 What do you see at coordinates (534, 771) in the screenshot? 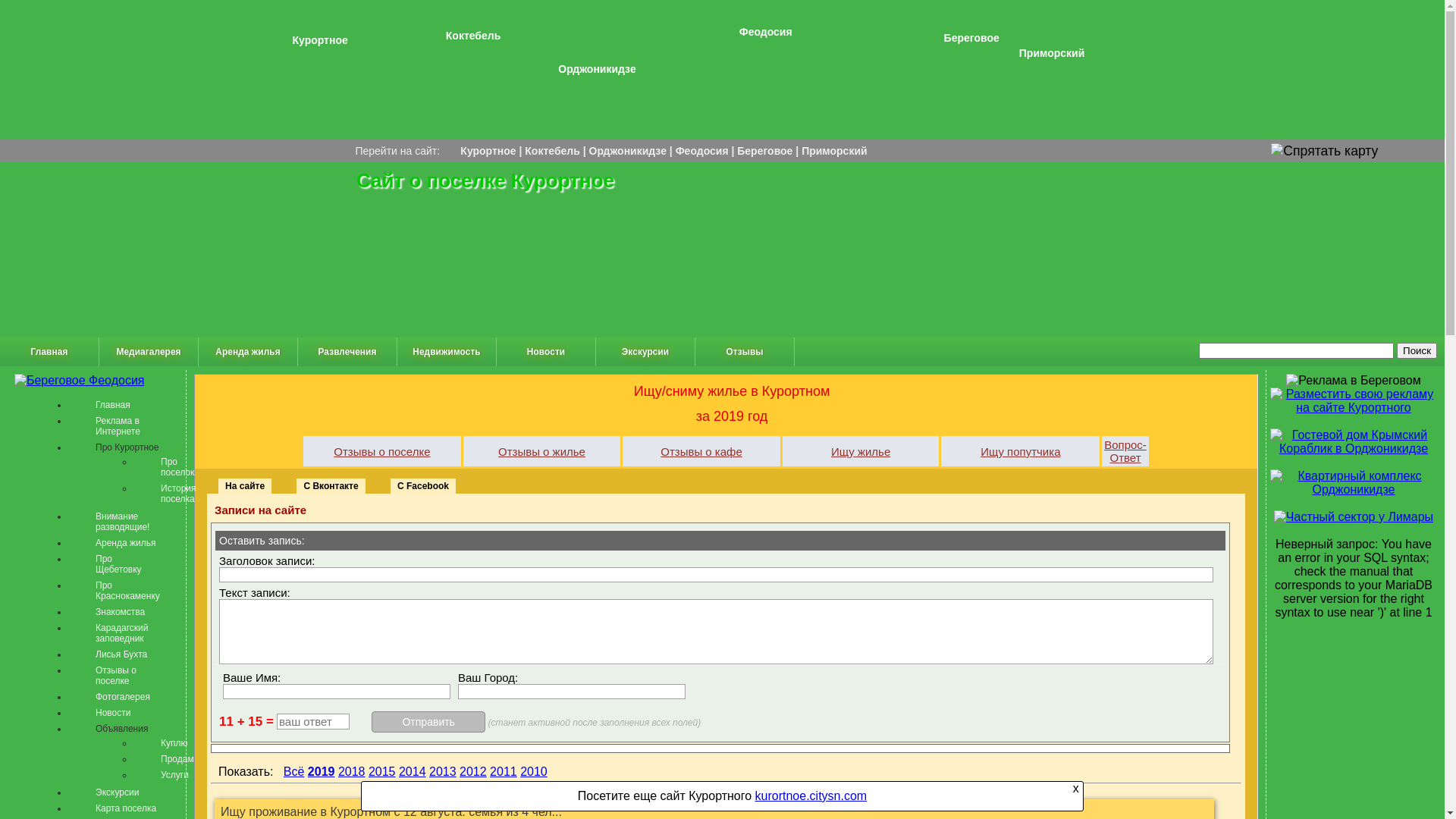
I see `'2010'` at bounding box center [534, 771].